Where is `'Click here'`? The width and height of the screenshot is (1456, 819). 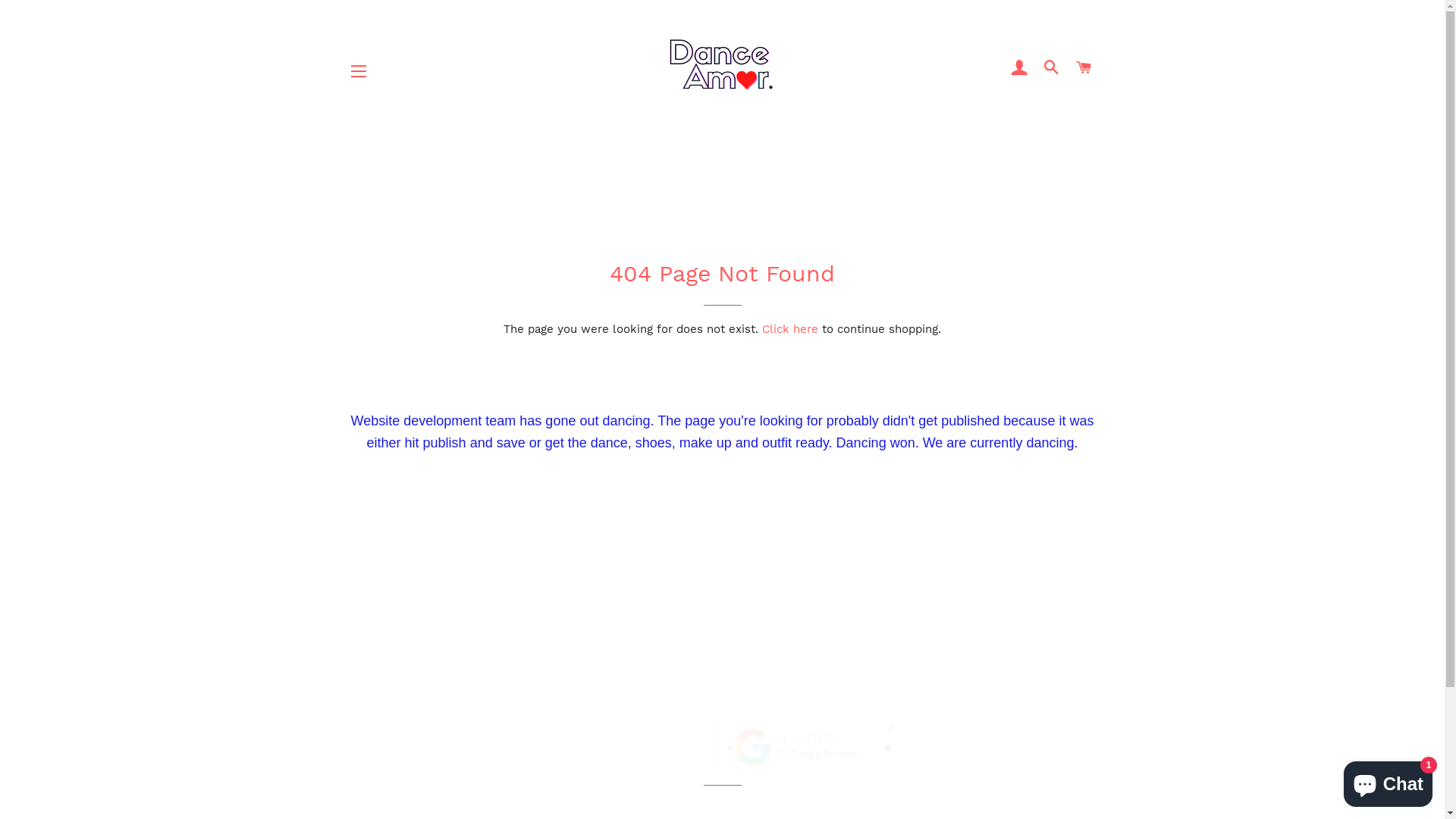 'Click here' is located at coordinates (761, 328).